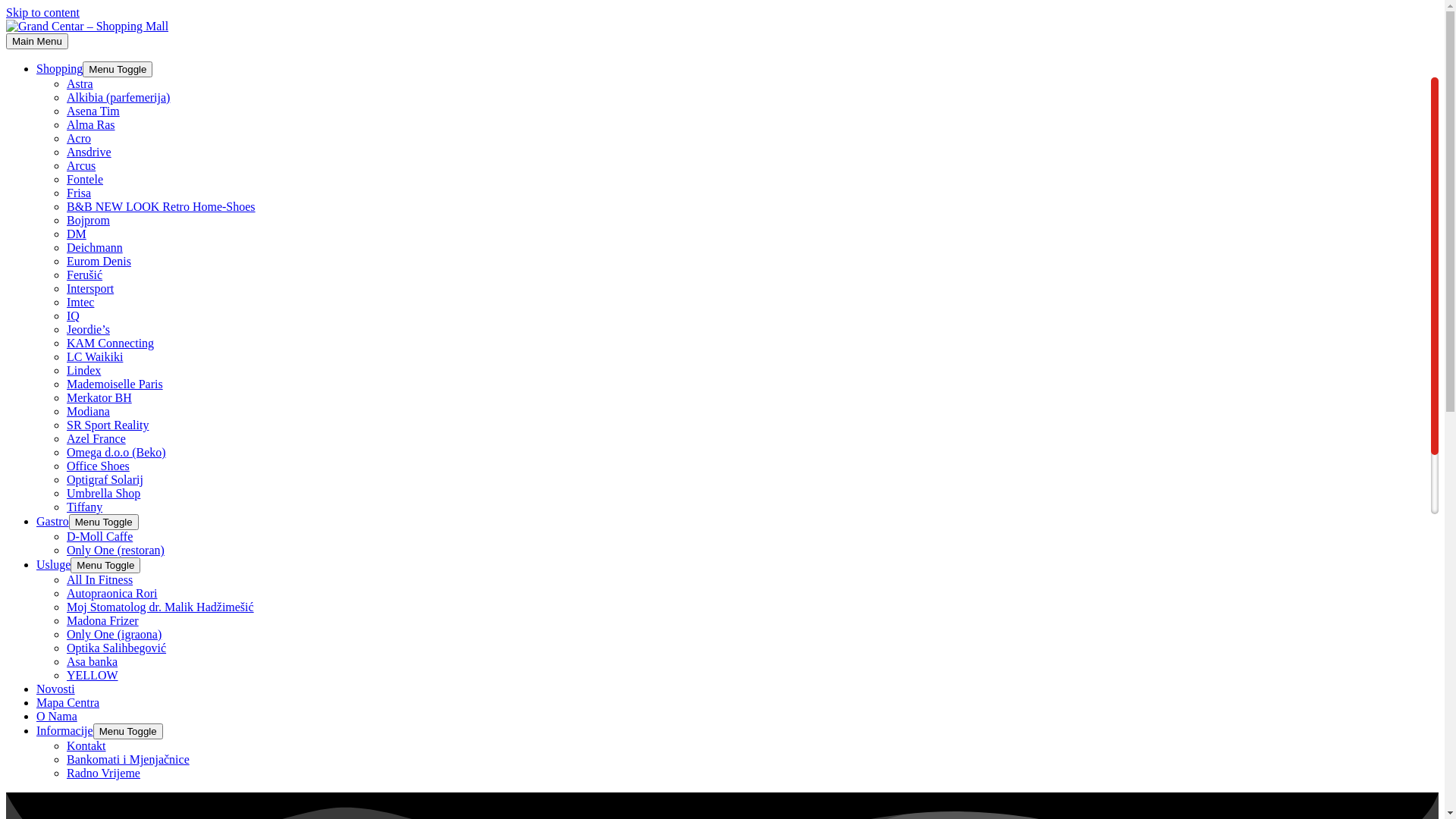 This screenshot has height=819, width=1456. What do you see at coordinates (80, 165) in the screenshot?
I see `'Arcus'` at bounding box center [80, 165].